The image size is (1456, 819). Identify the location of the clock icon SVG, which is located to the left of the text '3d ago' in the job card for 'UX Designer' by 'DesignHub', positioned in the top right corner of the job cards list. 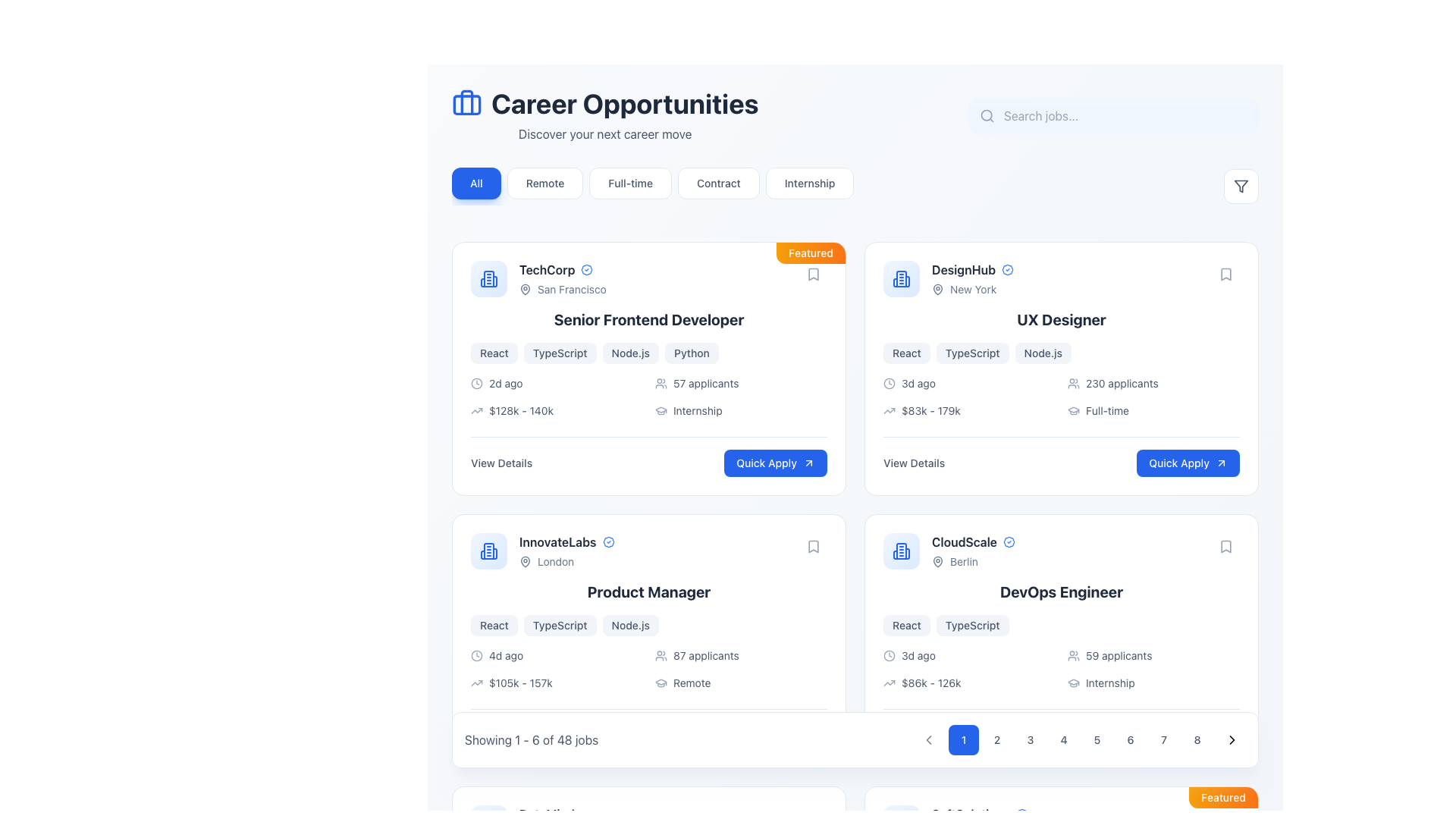
(889, 382).